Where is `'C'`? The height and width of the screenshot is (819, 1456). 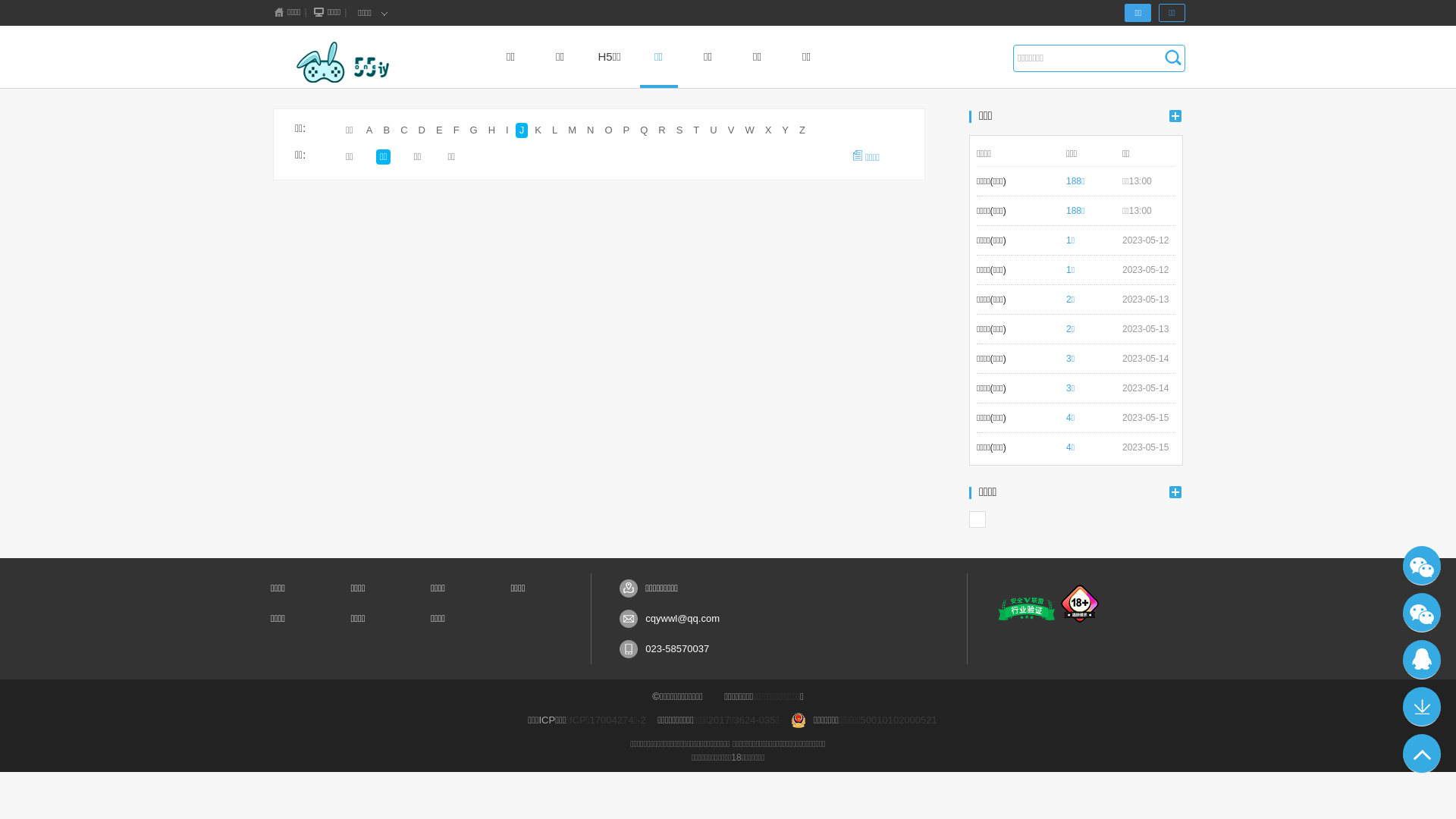 'C' is located at coordinates (403, 130).